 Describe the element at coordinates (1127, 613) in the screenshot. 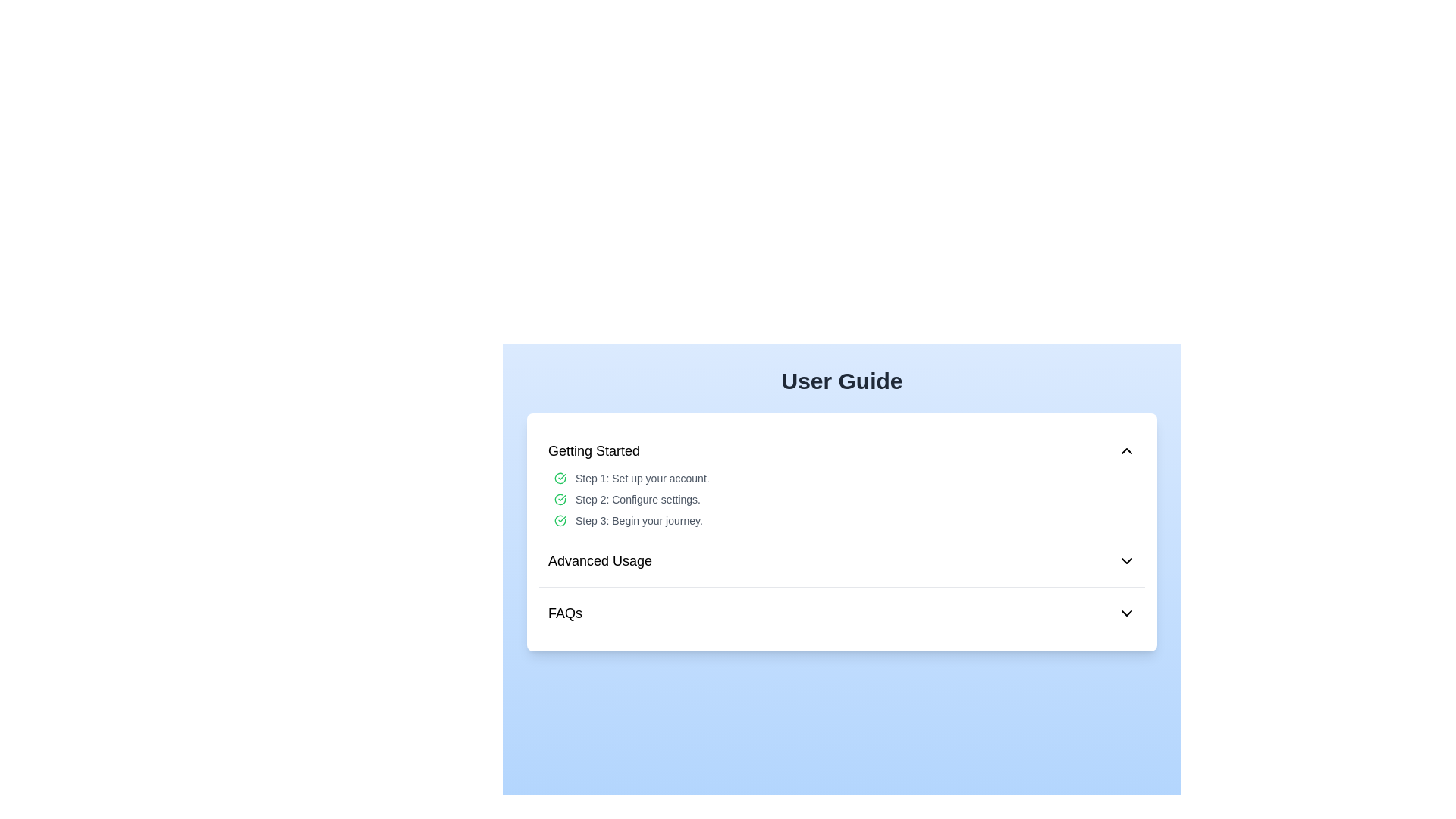

I see `the Interactive Icon - Chevron located at the far right side of the 'FAQs' item` at that location.